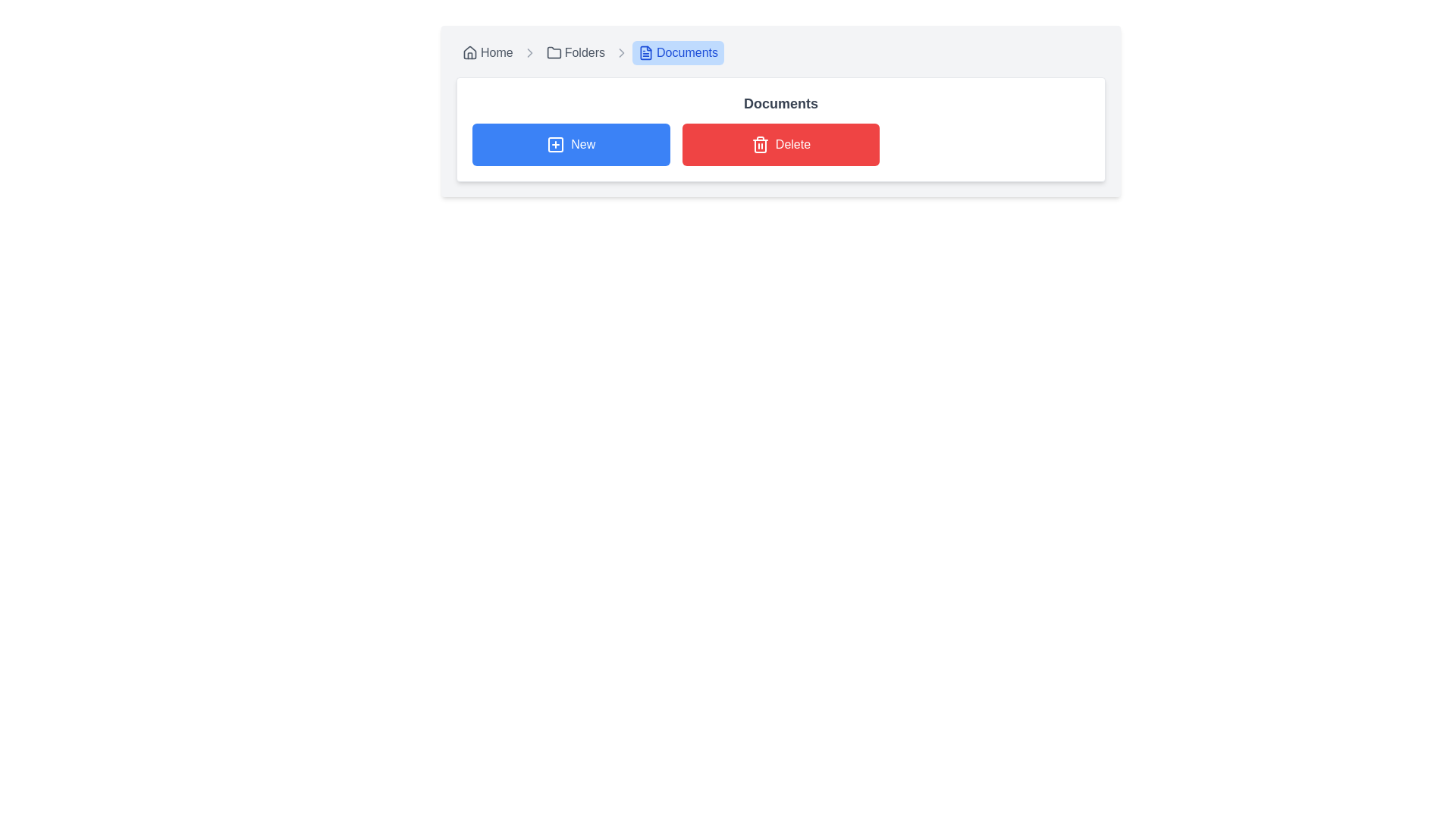 The height and width of the screenshot is (819, 1456). I want to click on the 'New' button icon located on the left side of the two-button group in the upper left area of the 'Documents' content card, so click(555, 145).